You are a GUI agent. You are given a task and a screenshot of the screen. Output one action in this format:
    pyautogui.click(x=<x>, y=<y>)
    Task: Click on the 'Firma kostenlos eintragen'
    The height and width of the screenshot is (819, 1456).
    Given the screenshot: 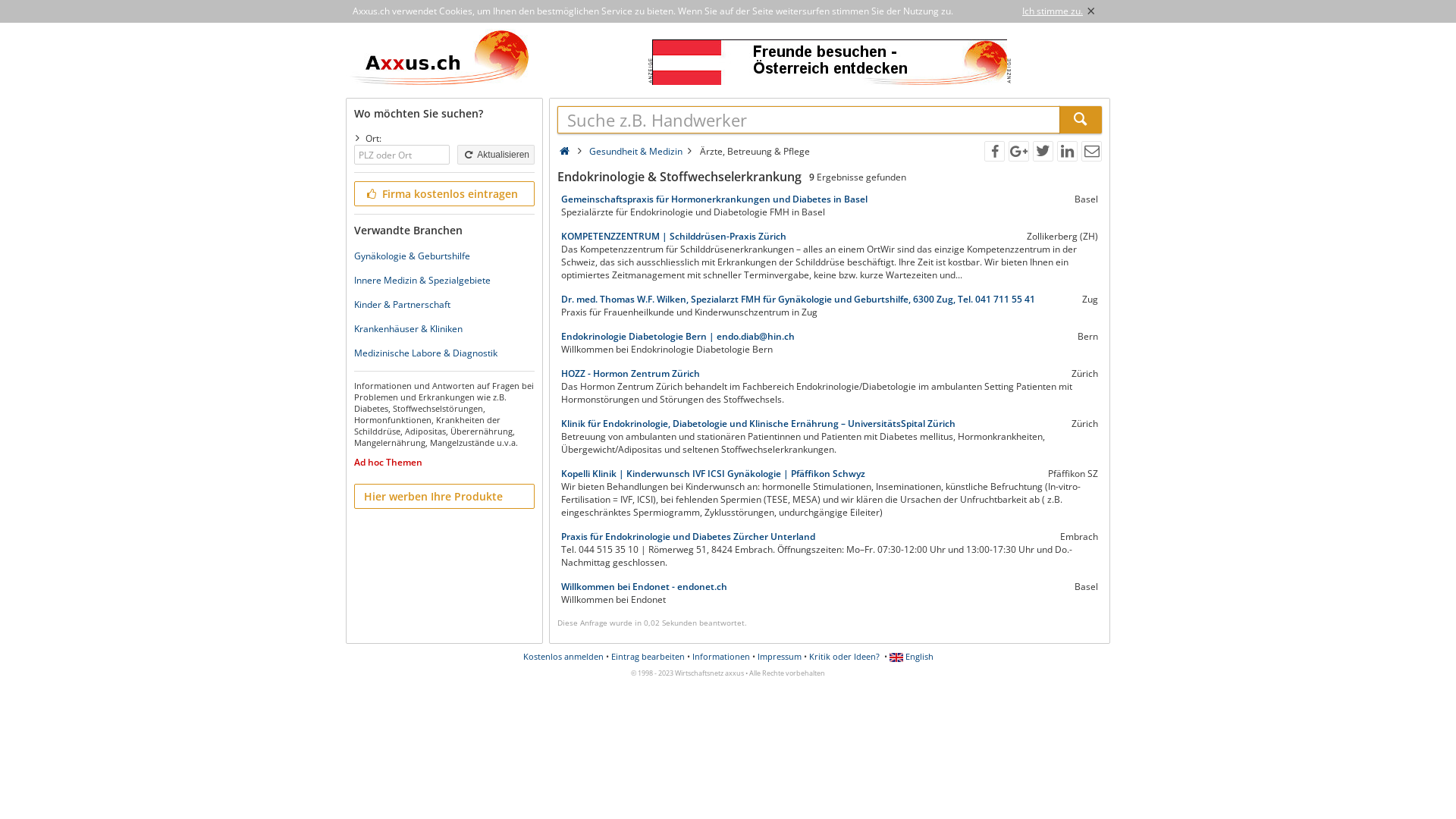 What is the action you would take?
    pyautogui.click(x=443, y=193)
    